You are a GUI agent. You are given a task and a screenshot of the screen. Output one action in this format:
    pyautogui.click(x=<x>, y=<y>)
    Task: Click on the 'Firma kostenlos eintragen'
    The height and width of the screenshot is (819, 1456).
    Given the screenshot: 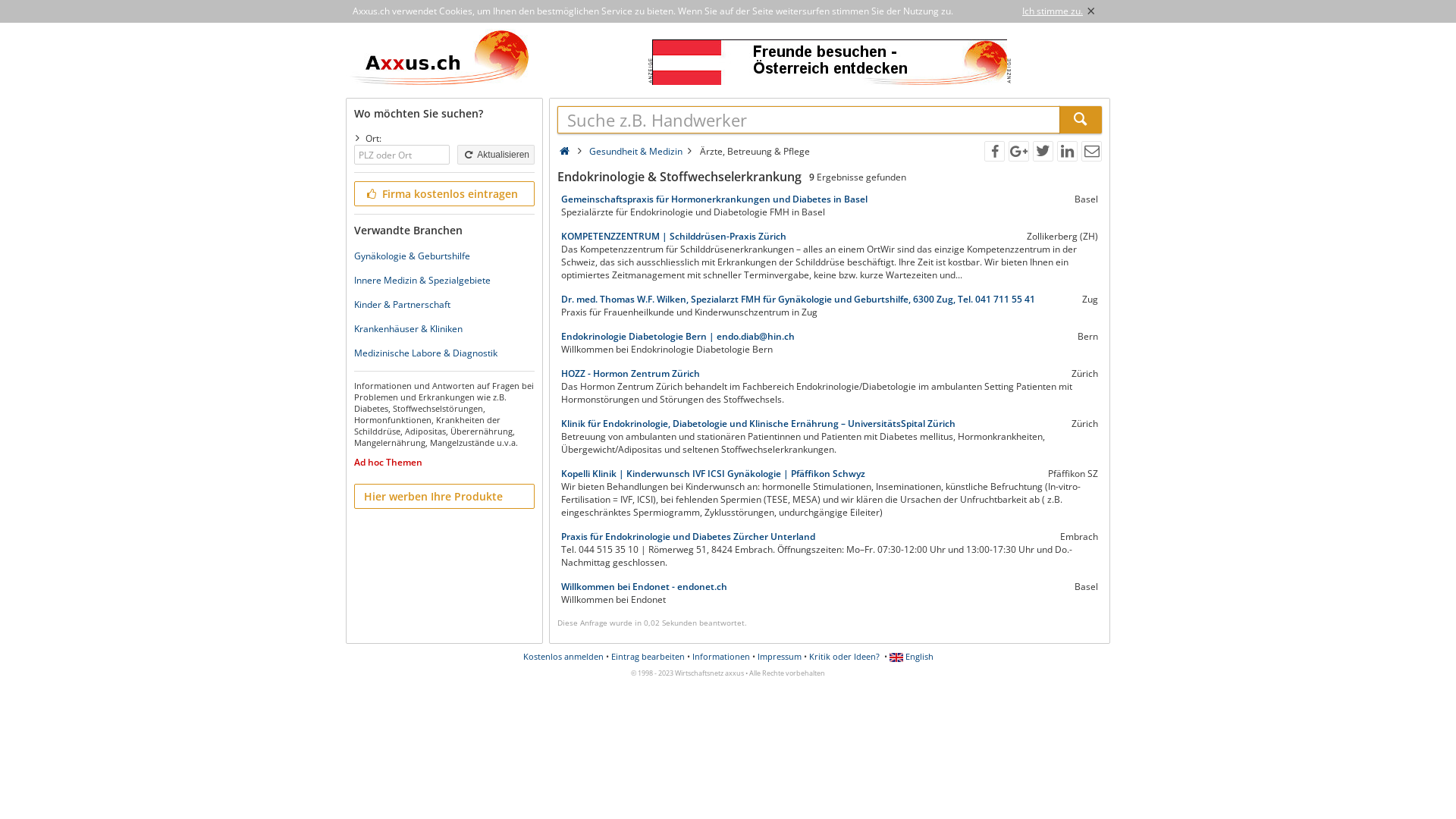 What is the action you would take?
    pyautogui.click(x=443, y=193)
    